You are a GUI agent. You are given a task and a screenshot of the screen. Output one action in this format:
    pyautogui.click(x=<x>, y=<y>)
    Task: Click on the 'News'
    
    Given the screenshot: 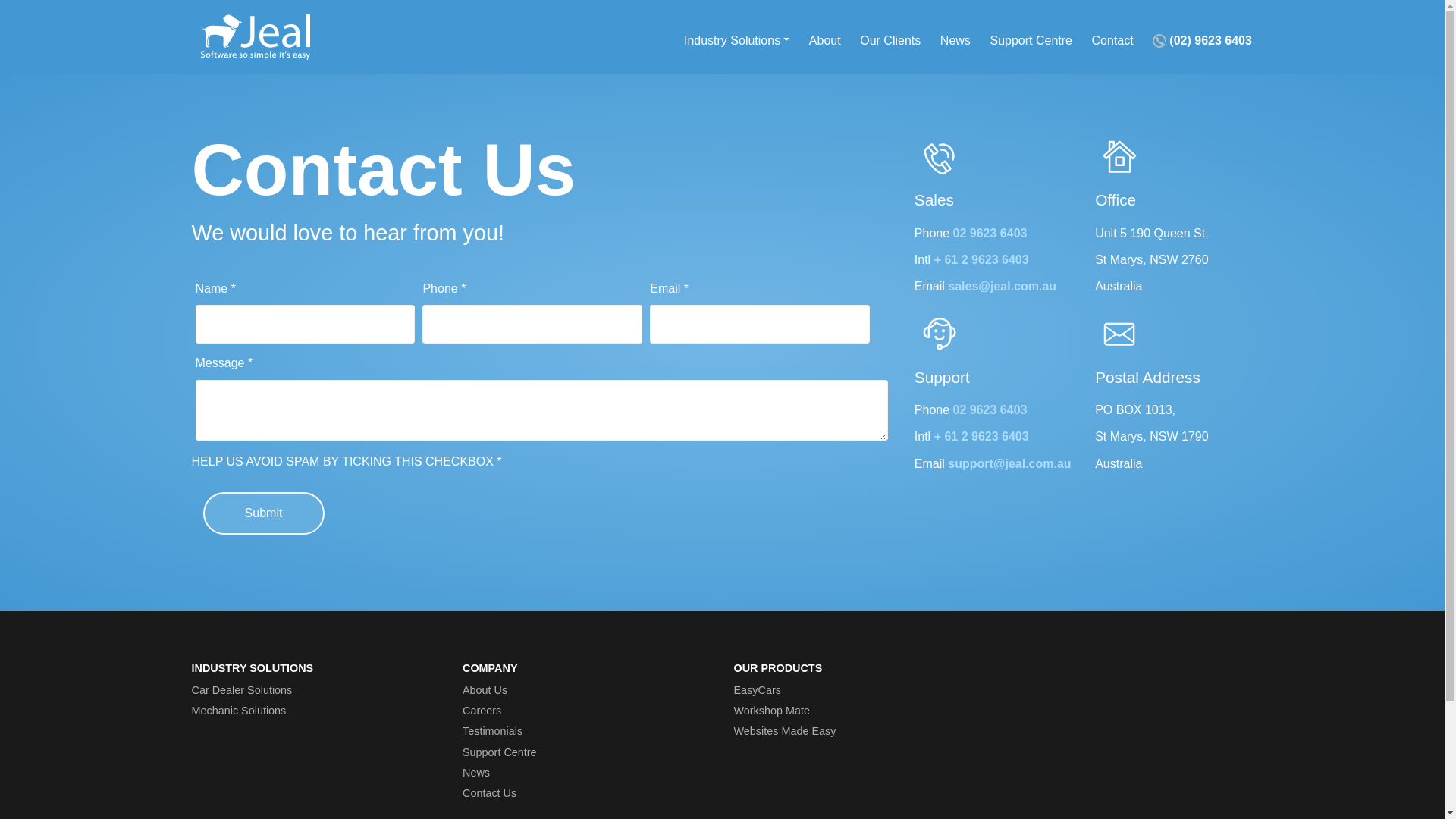 What is the action you would take?
    pyautogui.click(x=954, y=39)
    